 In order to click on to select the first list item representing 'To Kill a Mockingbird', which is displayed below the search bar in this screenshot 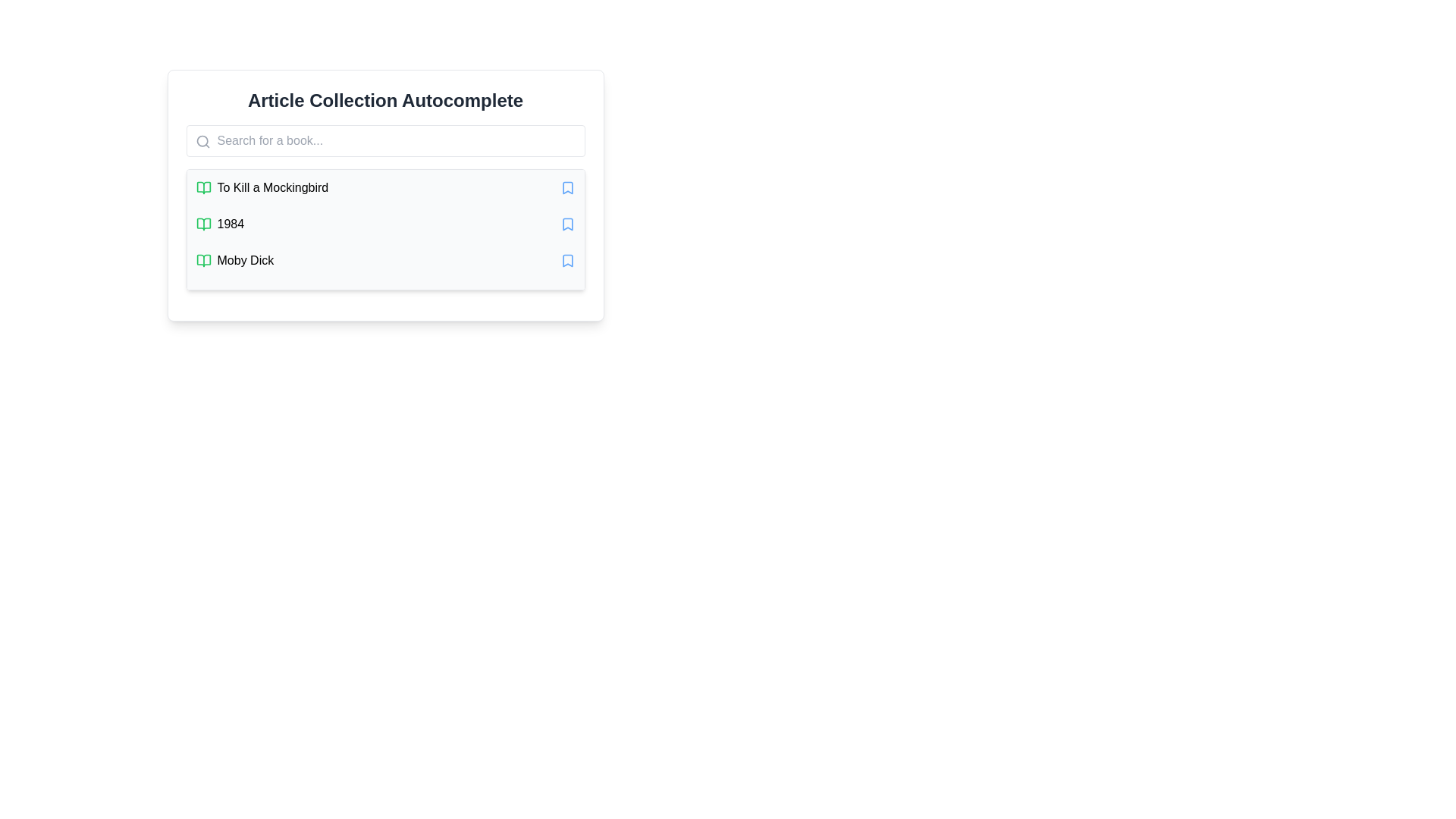, I will do `click(262, 187)`.